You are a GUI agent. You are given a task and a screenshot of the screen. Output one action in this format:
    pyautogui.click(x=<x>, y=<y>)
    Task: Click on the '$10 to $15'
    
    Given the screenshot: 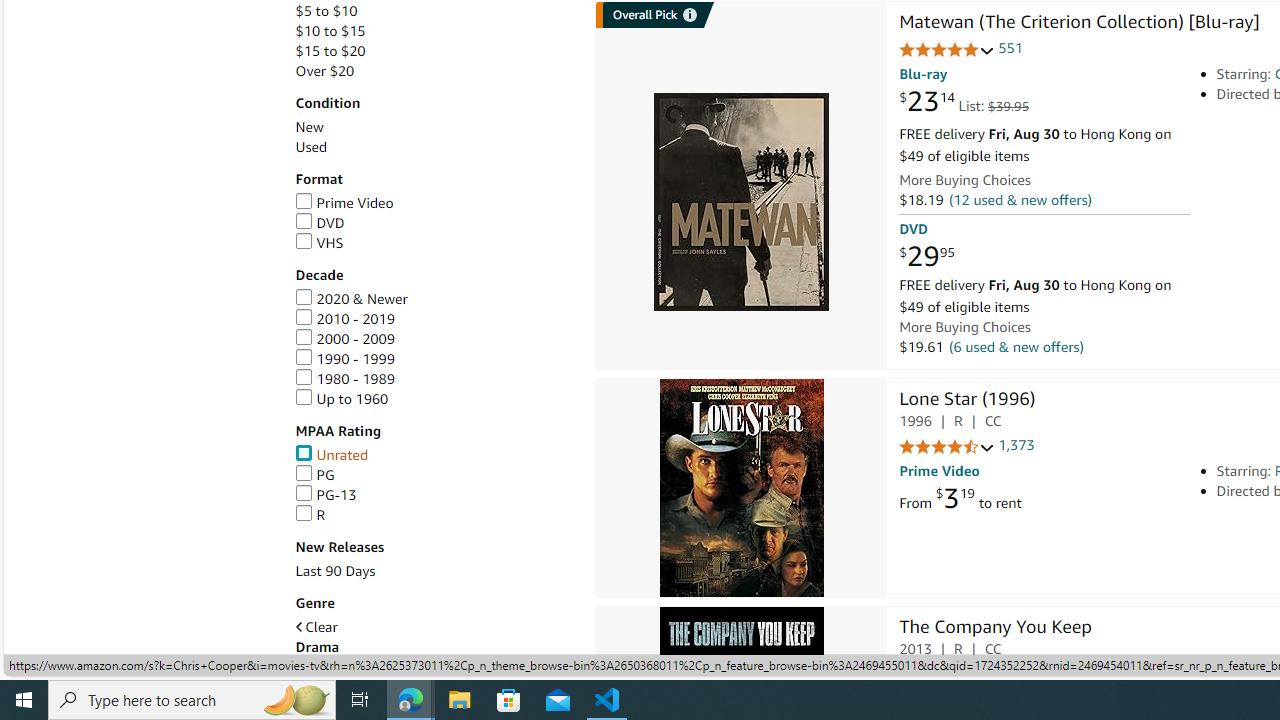 What is the action you would take?
    pyautogui.click(x=330, y=31)
    